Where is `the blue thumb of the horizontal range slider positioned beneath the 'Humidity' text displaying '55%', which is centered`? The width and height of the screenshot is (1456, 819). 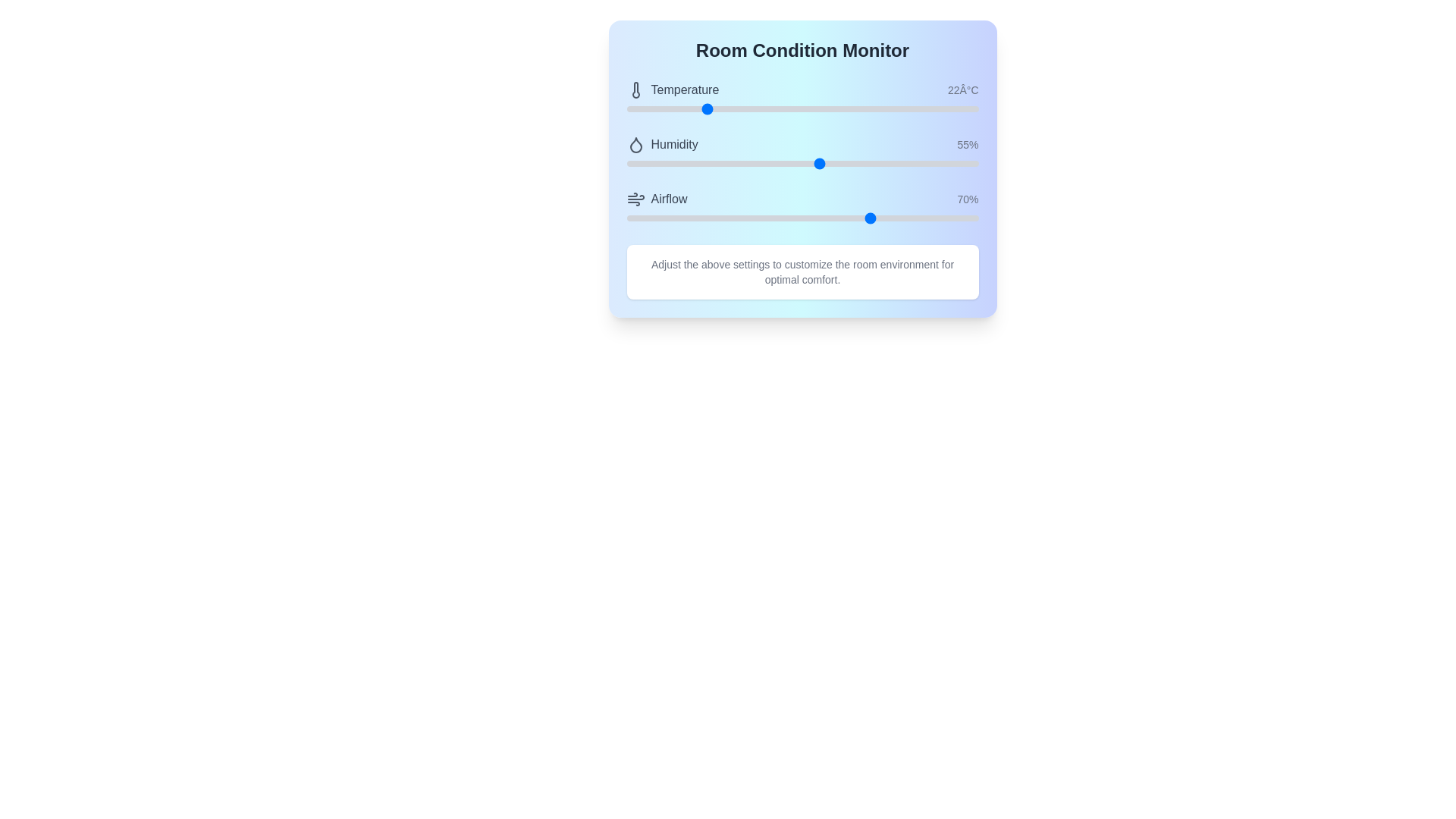 the blue thumb of the horizontal range slider positioned beneath the 'Humidity' text displaying '55%', which is centered is located at coordinates (802, 164).